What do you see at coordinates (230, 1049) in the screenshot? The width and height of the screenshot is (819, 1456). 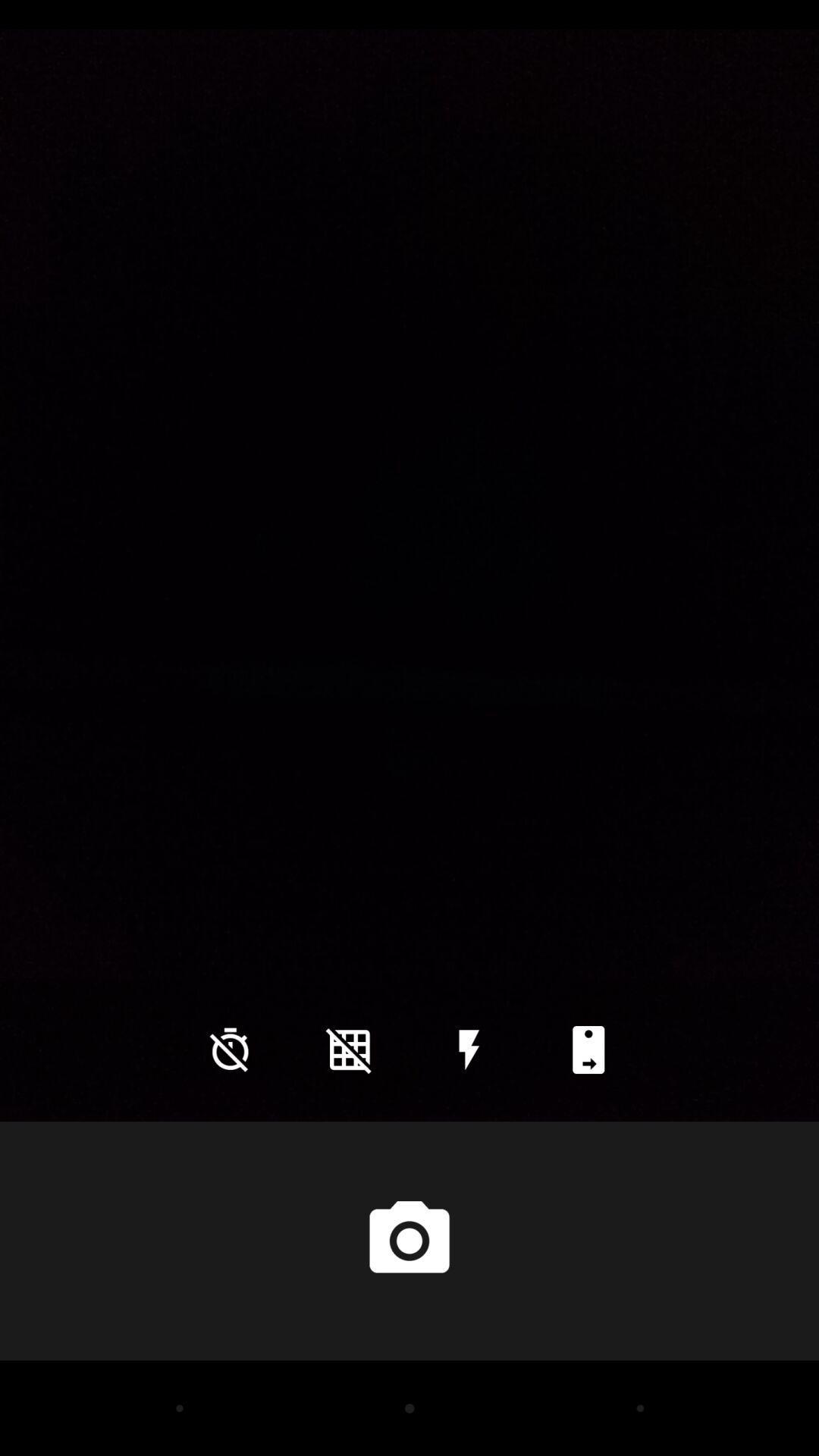 I see `the item at the bottom left corner` at bounding box center [230, 1049].